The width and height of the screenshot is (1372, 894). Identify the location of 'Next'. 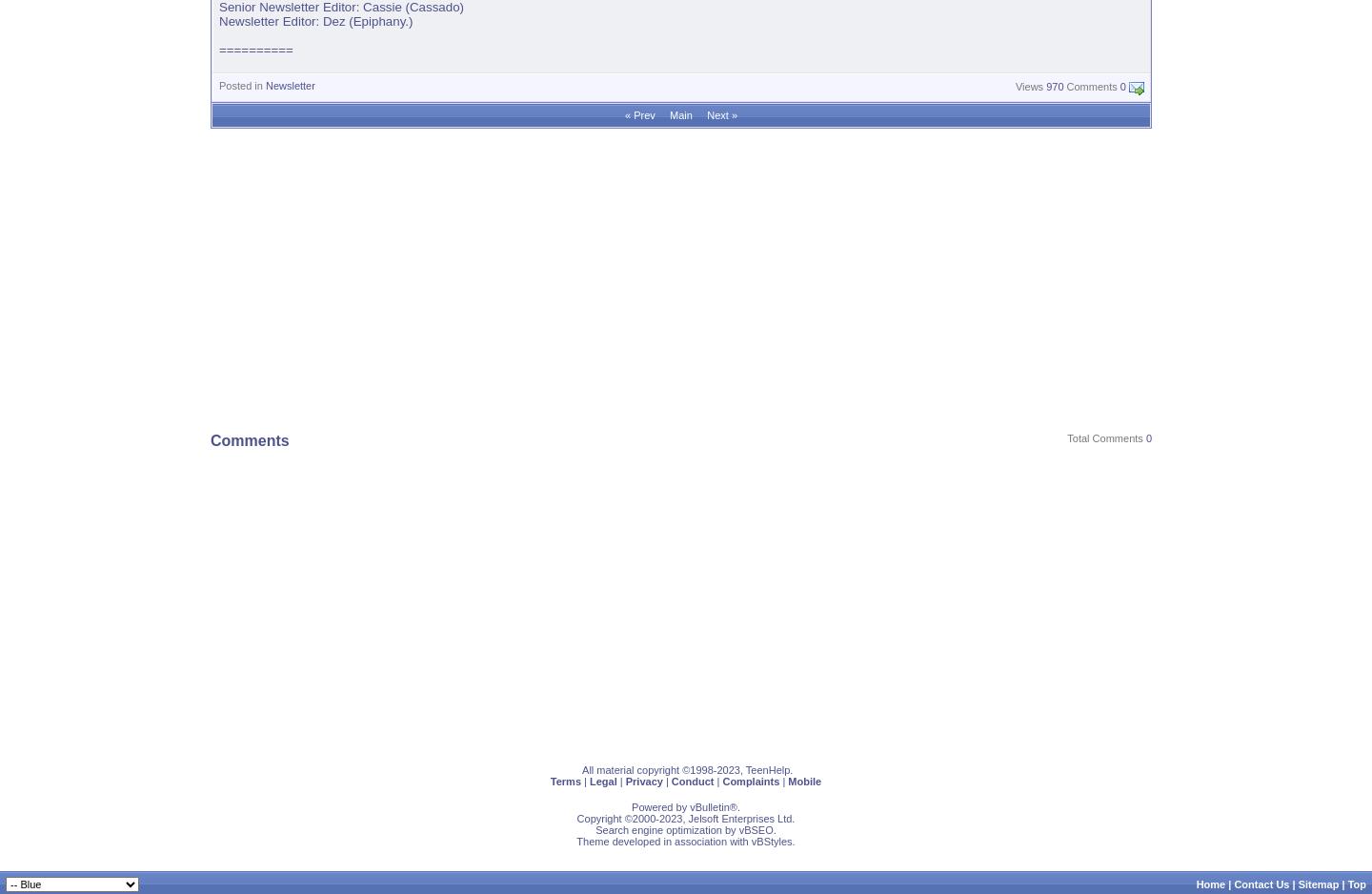
(716, 114).